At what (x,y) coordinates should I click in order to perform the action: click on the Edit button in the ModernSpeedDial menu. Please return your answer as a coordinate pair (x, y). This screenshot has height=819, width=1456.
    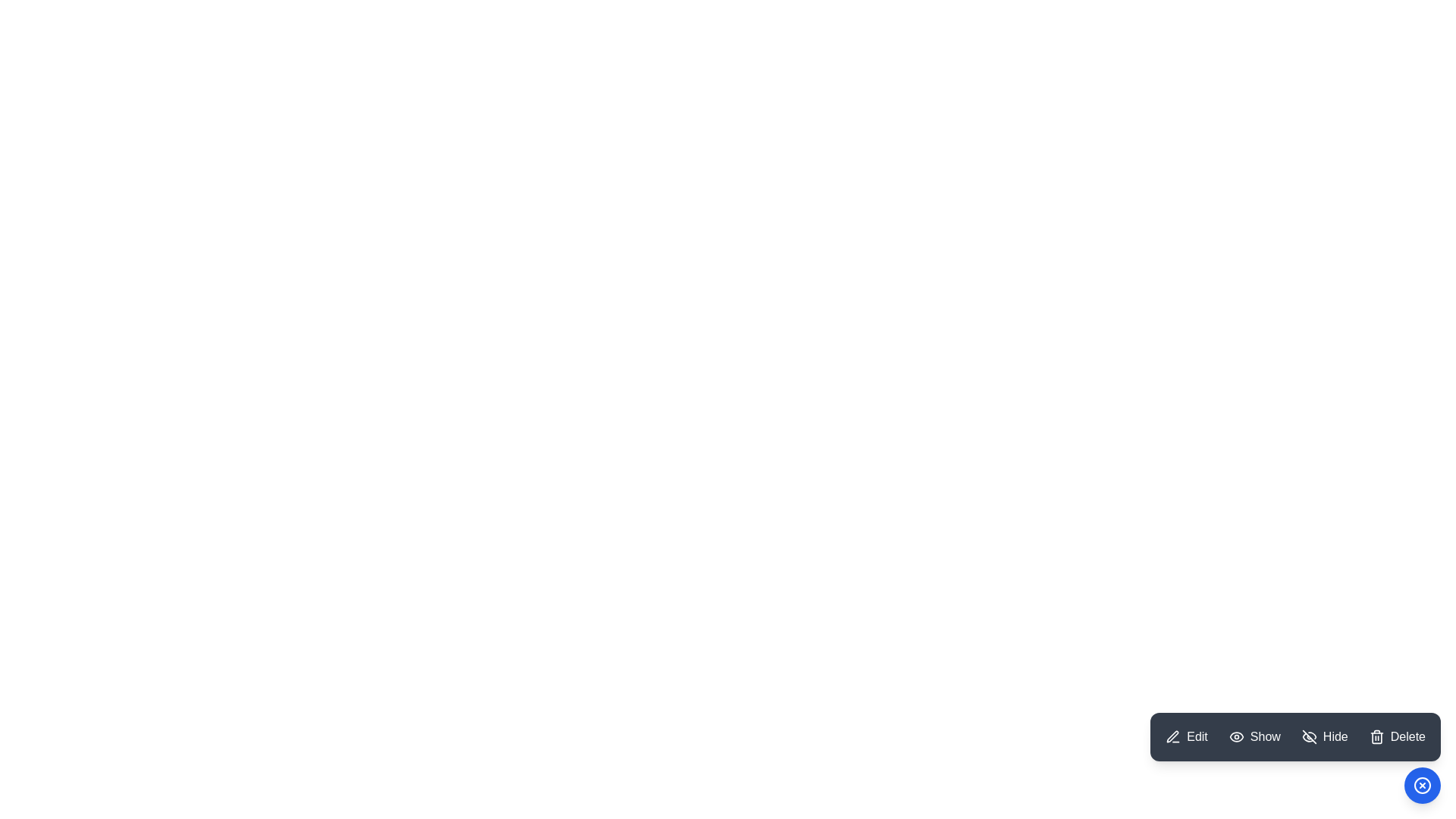
    Looking at the image, I should click on (1185, 736).